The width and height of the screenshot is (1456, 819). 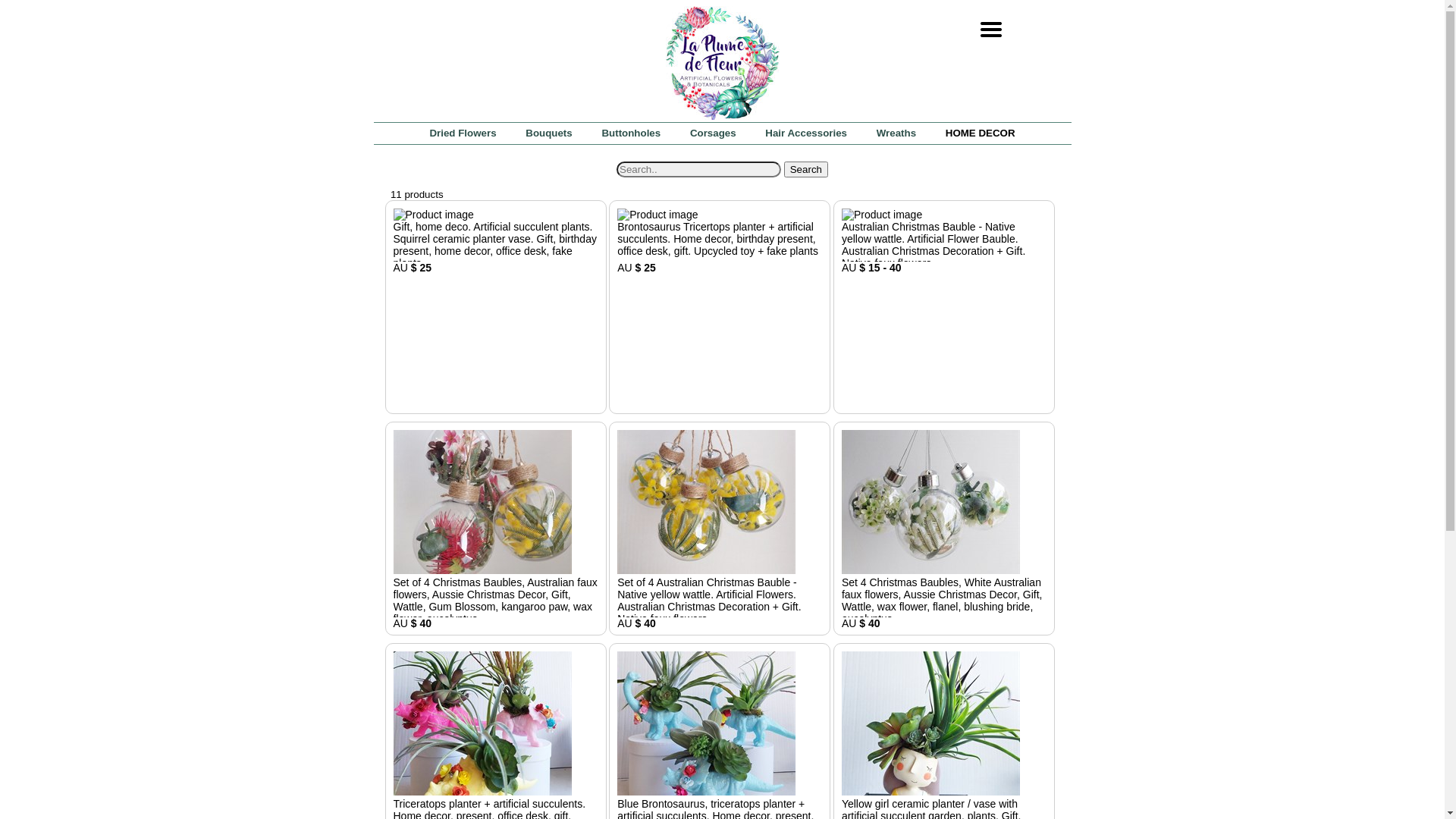 I want to click on 'Search', so click(x=805, y=169).